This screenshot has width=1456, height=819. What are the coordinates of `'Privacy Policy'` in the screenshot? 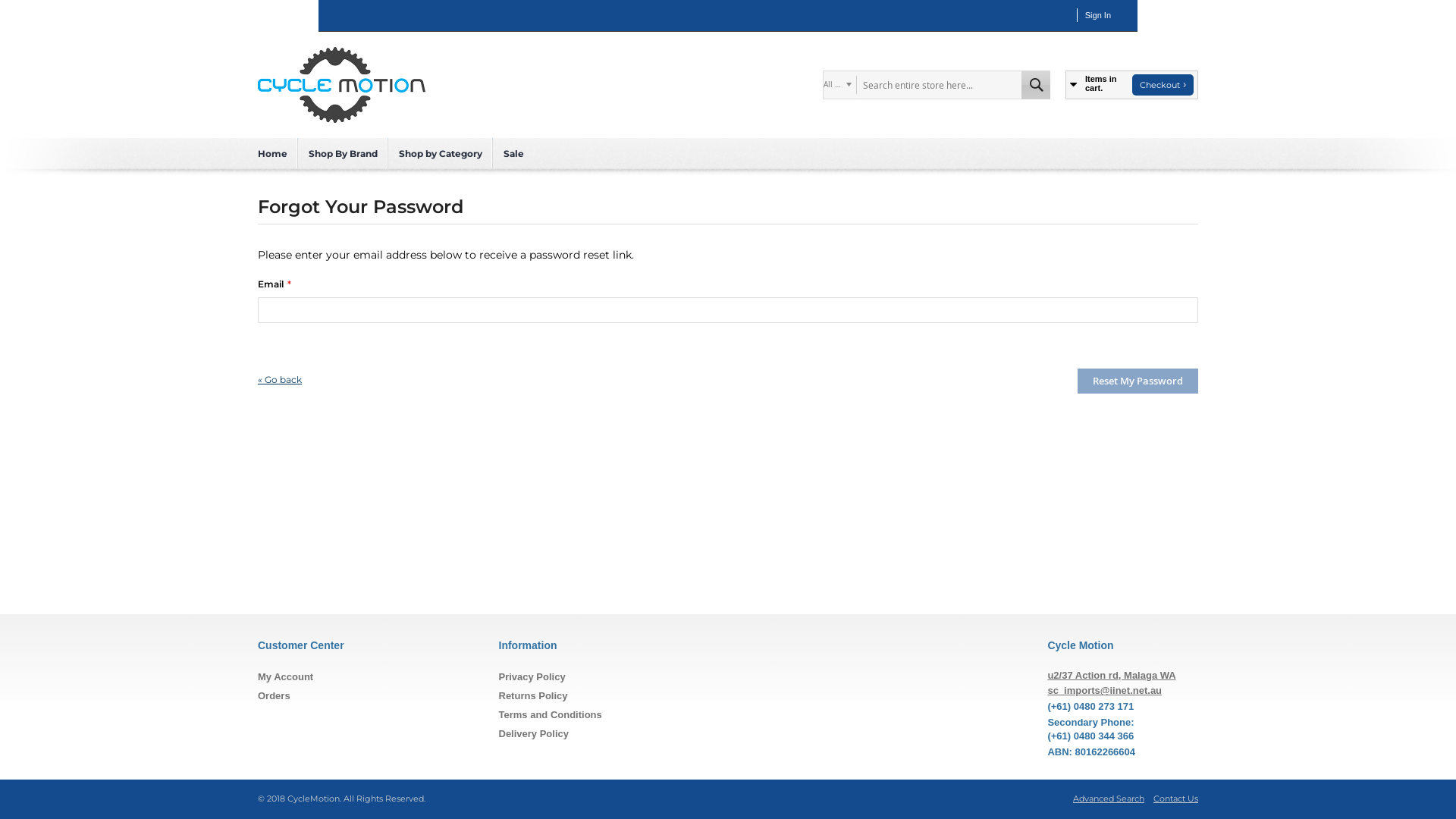 It's located at (532, 676).